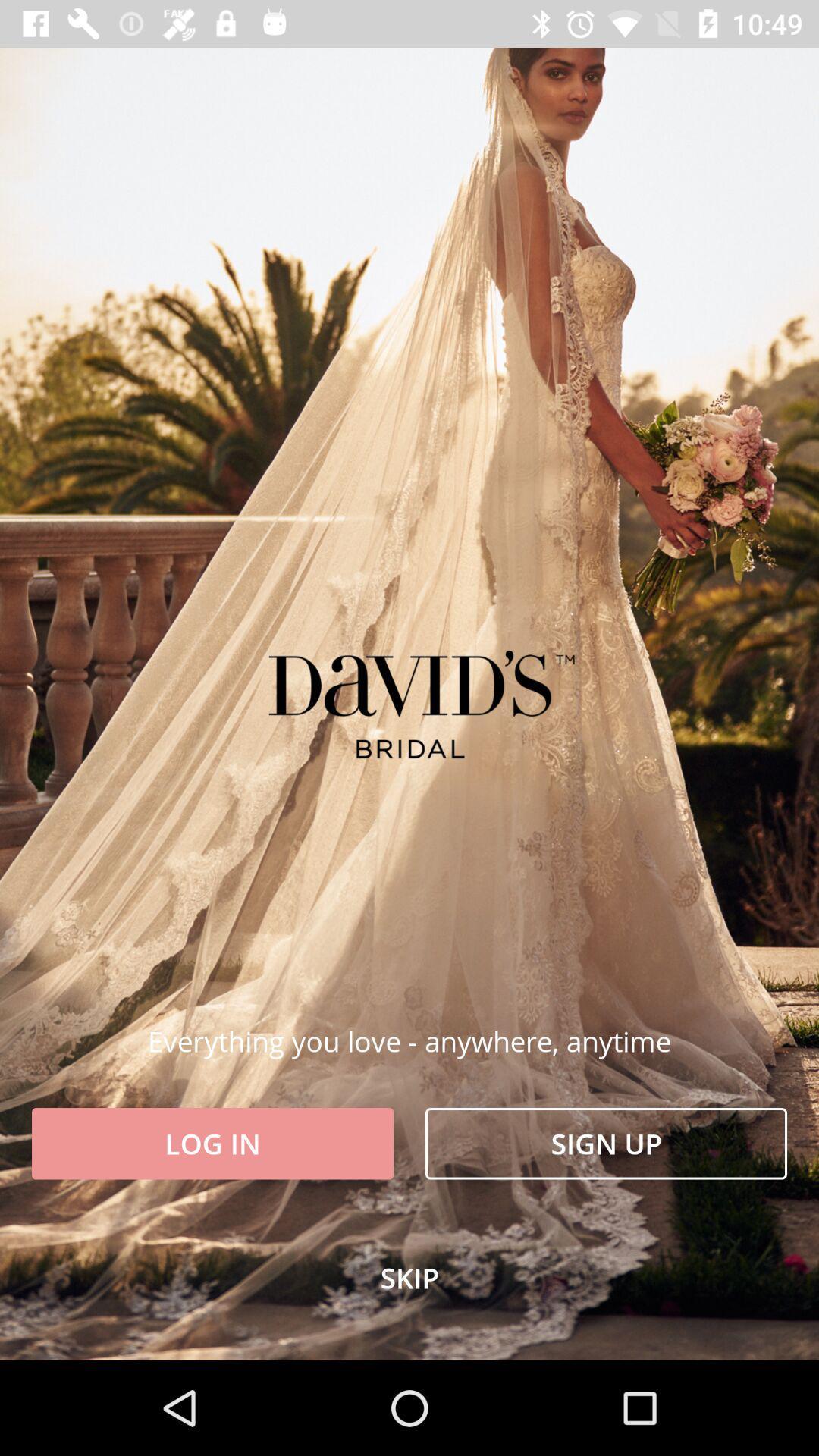 The image size is (819, 1456). I want to click on the item below the everything you love, so click(605, 1144).